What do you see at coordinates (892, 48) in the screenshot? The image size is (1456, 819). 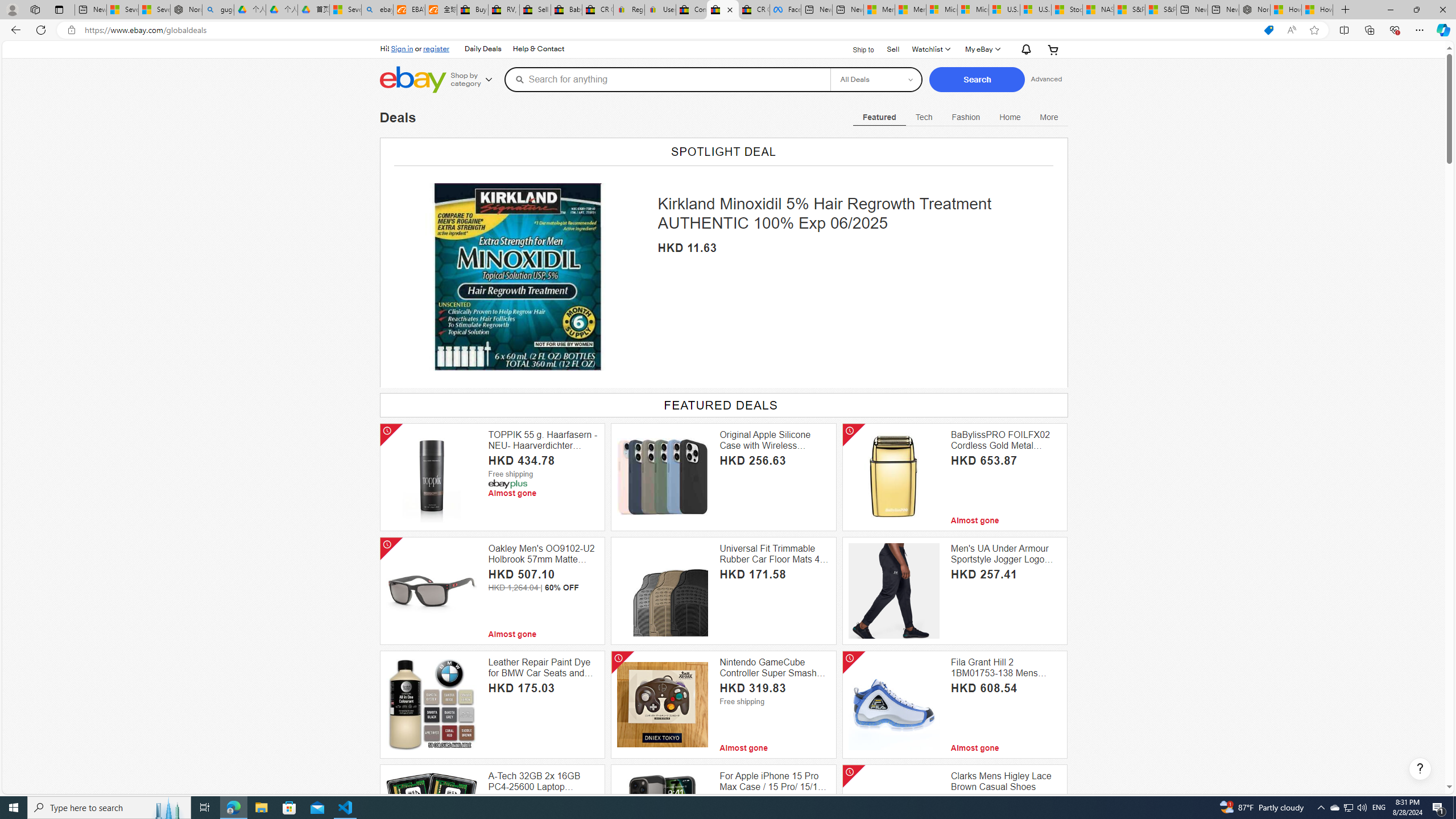 I see `'Sell'` at bounding box center [892, 48].